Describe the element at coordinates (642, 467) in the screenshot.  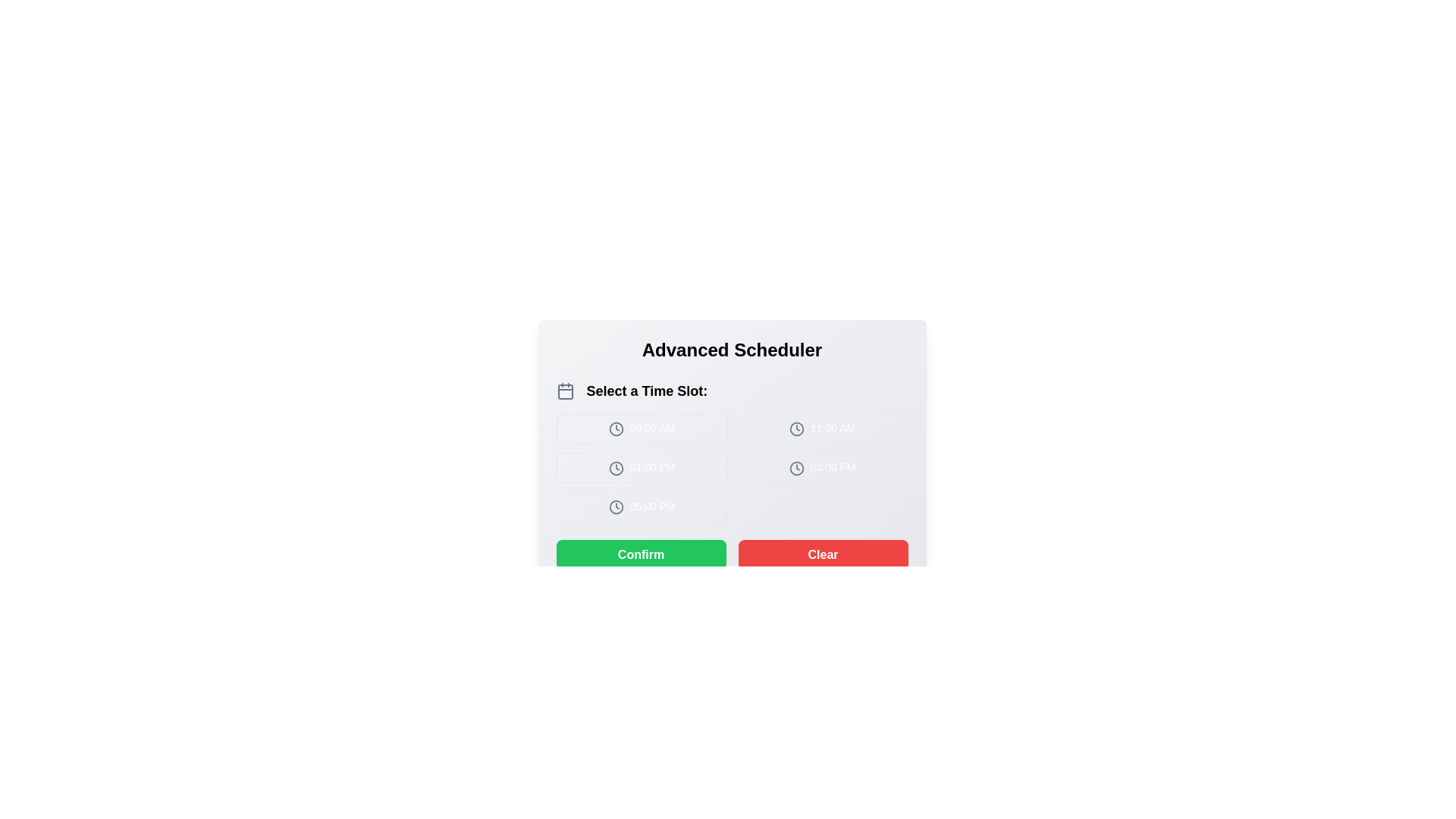
I see `the time selection button for '01:00 PM' in the scheduling interface` at that location.